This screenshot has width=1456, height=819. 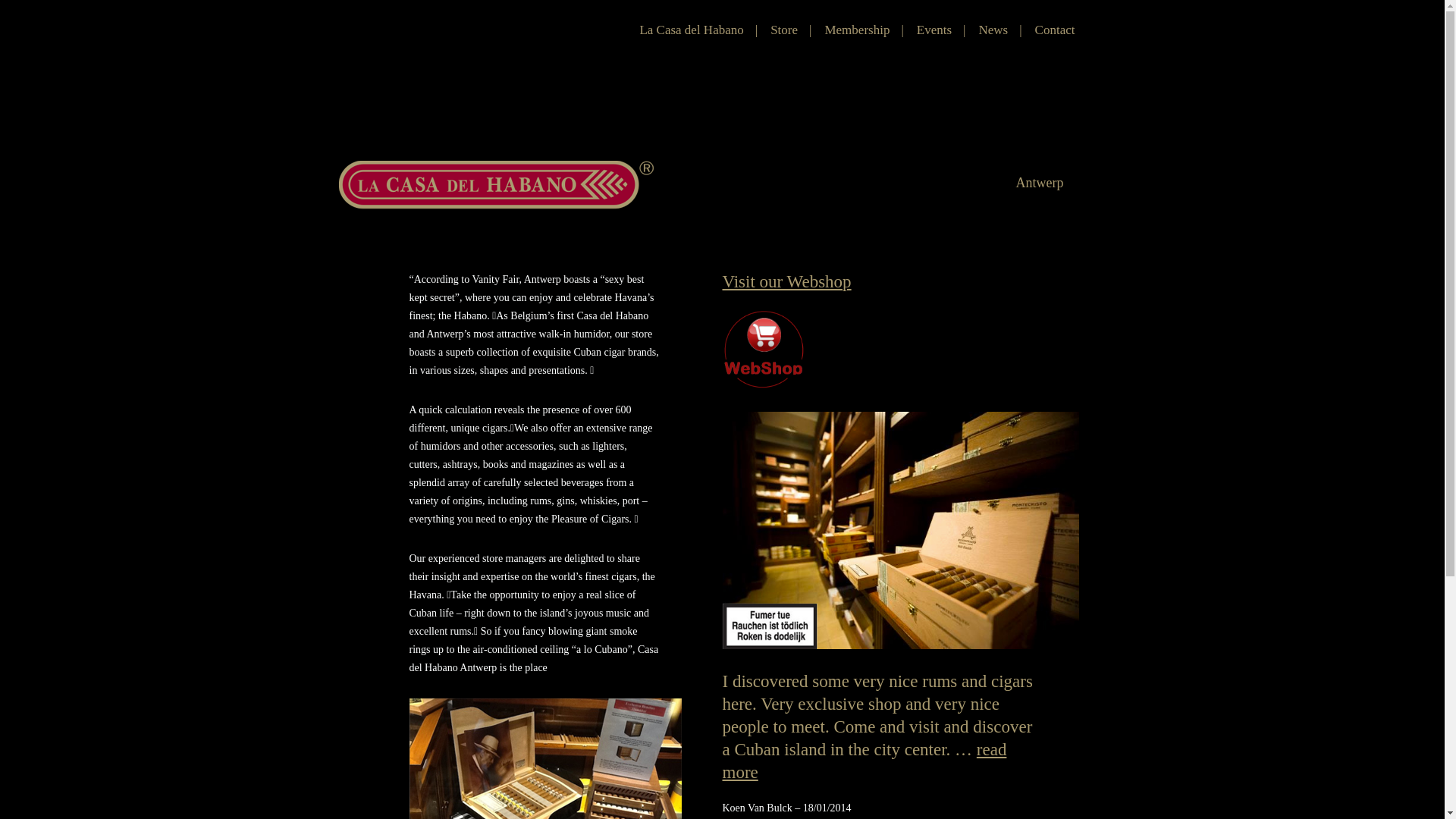 What do you see at coordinates (1054, 30) in the screenshot?
I see `'Contact'` at bounding box center [1054, 30].